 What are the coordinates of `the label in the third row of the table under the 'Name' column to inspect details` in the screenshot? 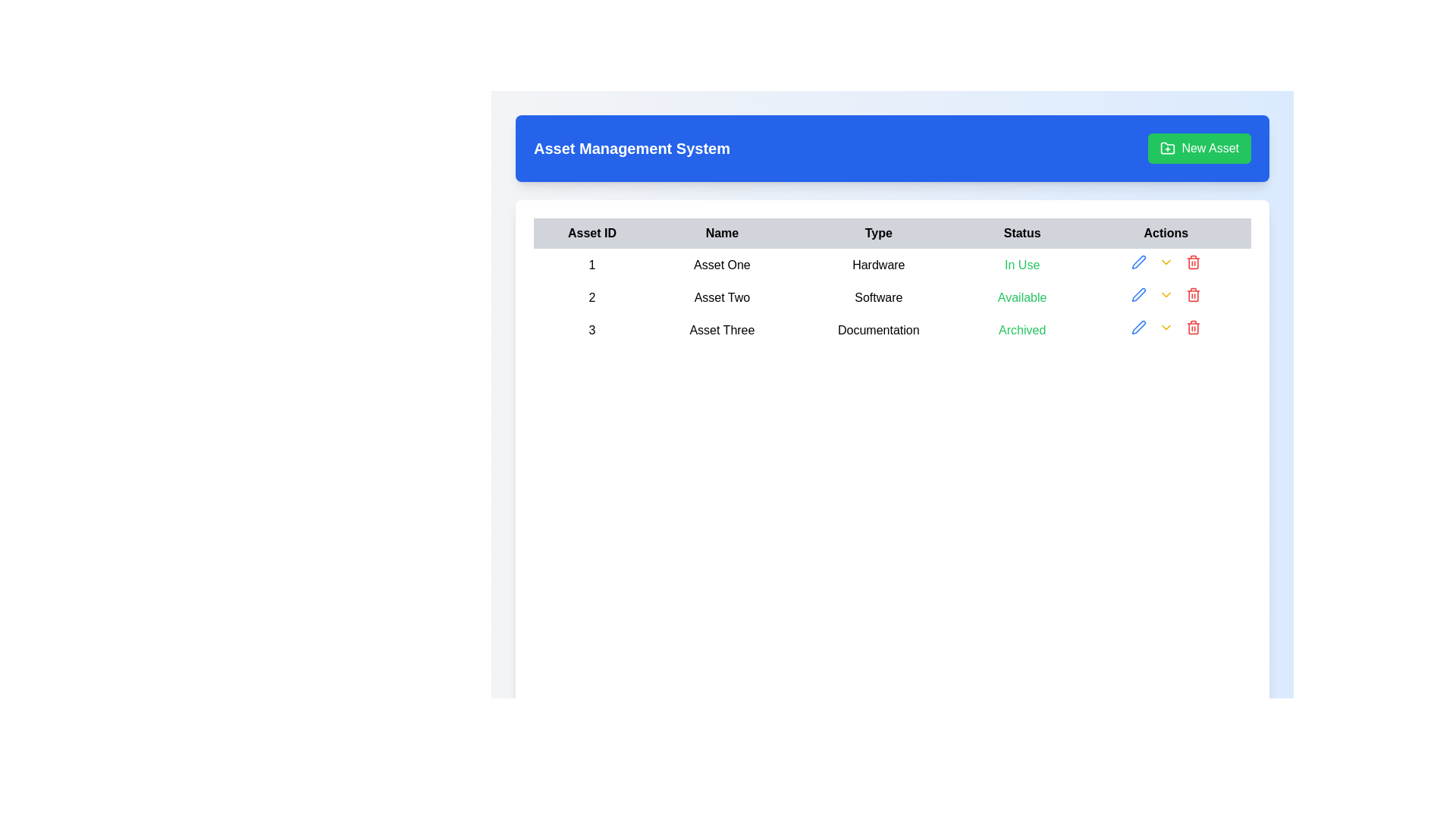 It's located at (721, 329).